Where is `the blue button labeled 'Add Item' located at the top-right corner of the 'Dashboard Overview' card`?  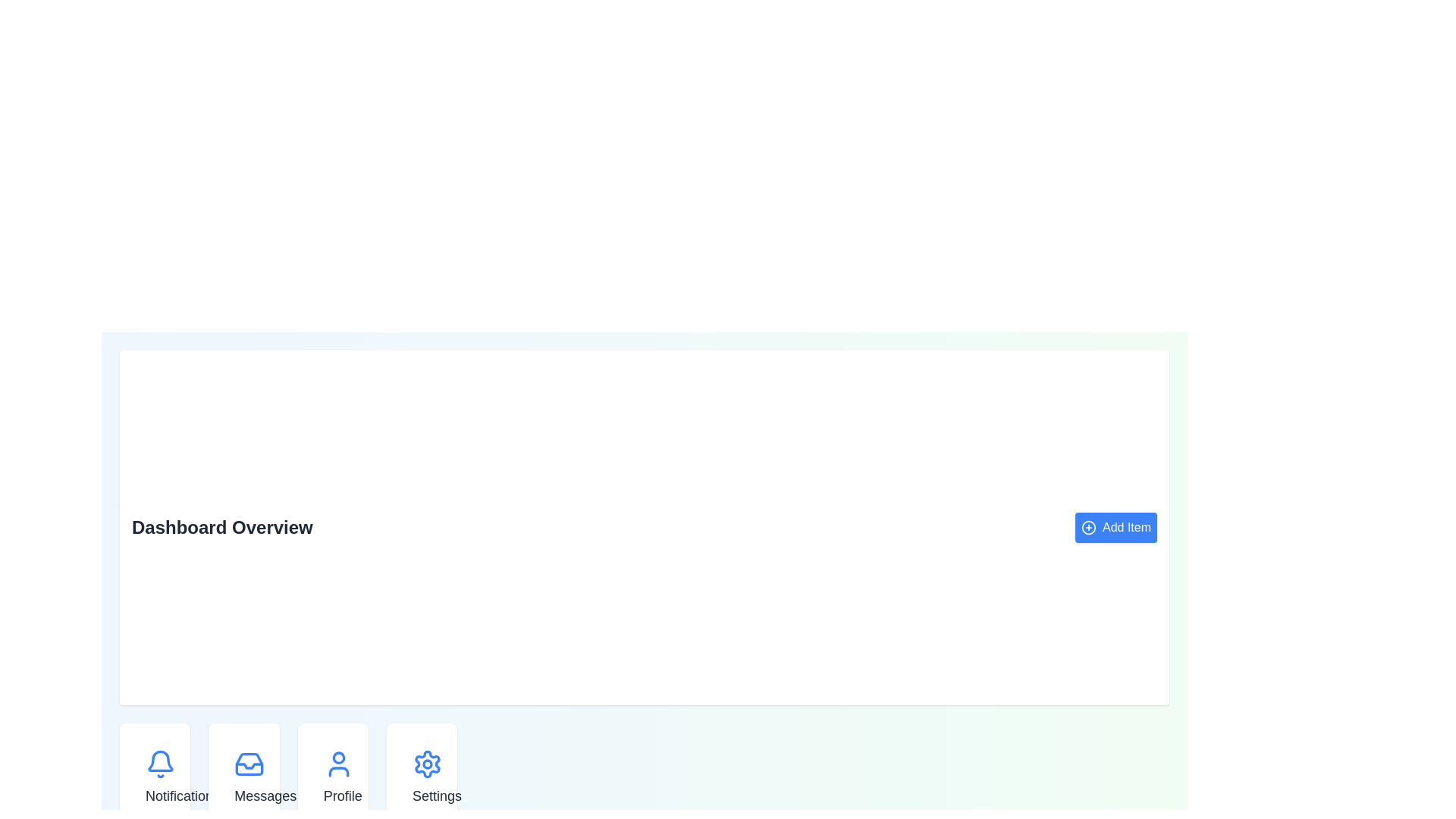 the blue button labeled 'Add Item' located at the top-right corner of the 'Dashboard Overview' card is located at coordinates (1116, 526).